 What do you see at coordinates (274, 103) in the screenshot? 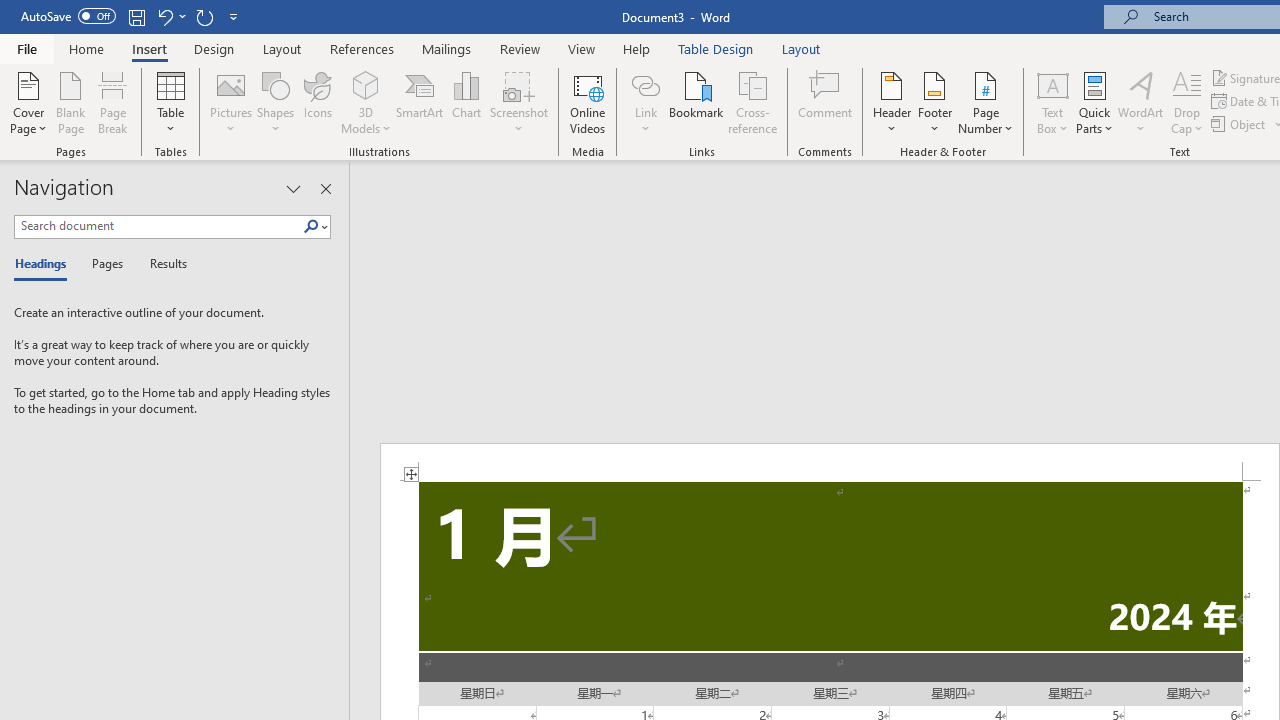
I see `'Shapes'` at bounding box center [274, 103].